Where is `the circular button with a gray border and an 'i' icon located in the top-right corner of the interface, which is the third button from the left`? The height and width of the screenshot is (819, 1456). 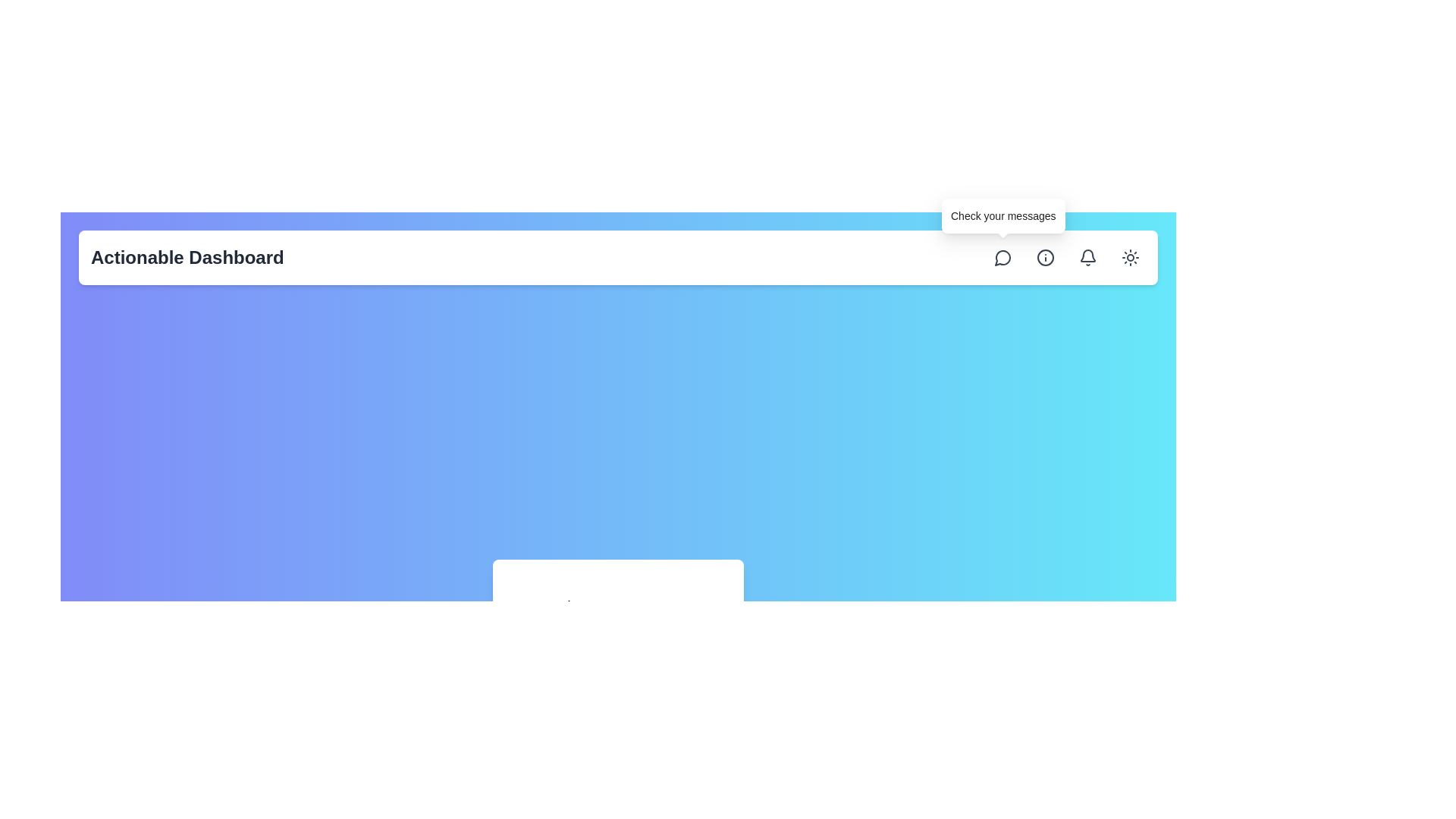 the circular button with a gray border and an 'i' icon located in the top-right corner of the interface, which is the third button from the left is located at coordinates (1044, 256).